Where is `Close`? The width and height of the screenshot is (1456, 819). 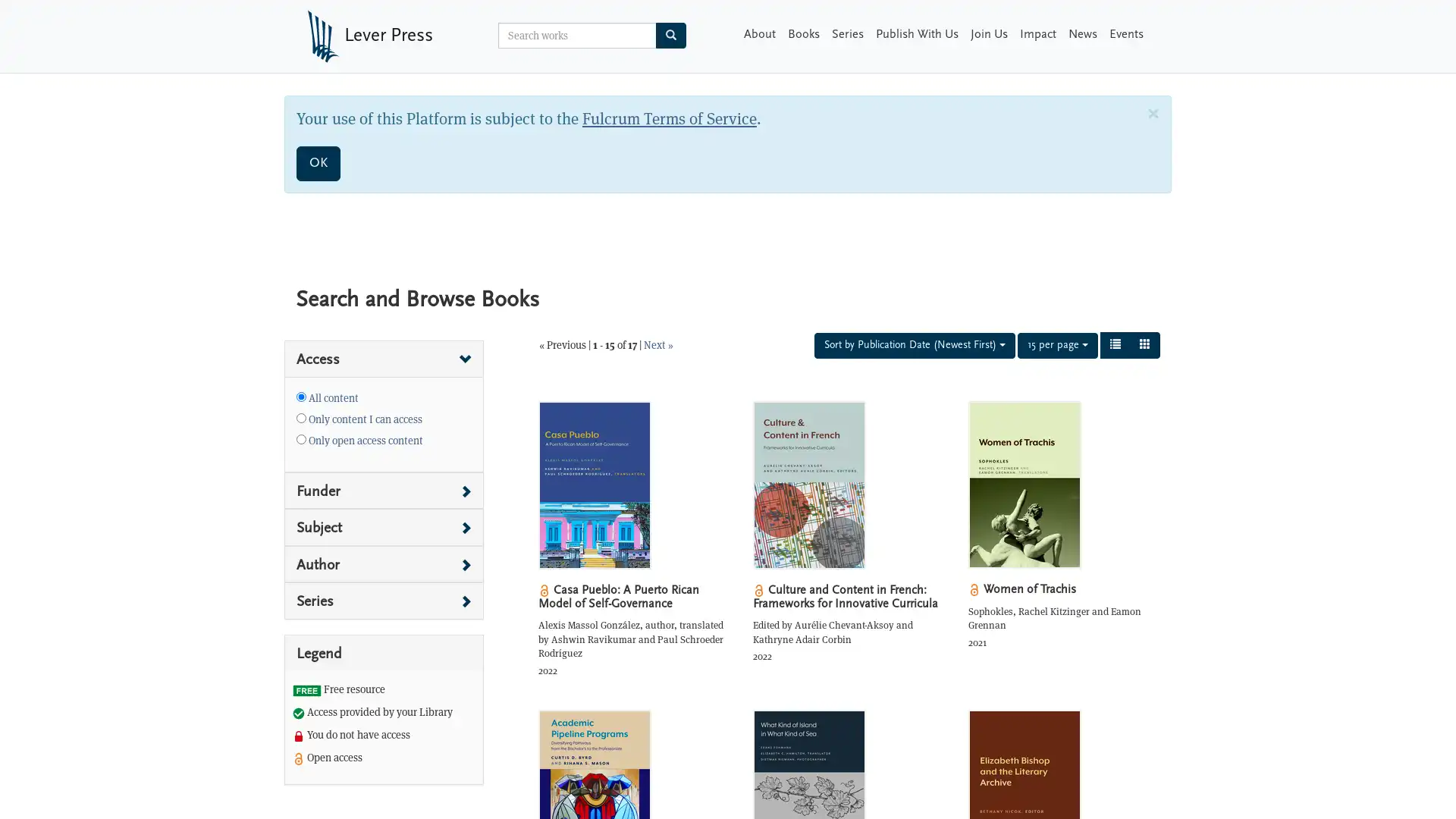
Close is located at coordinates (1153, 113).